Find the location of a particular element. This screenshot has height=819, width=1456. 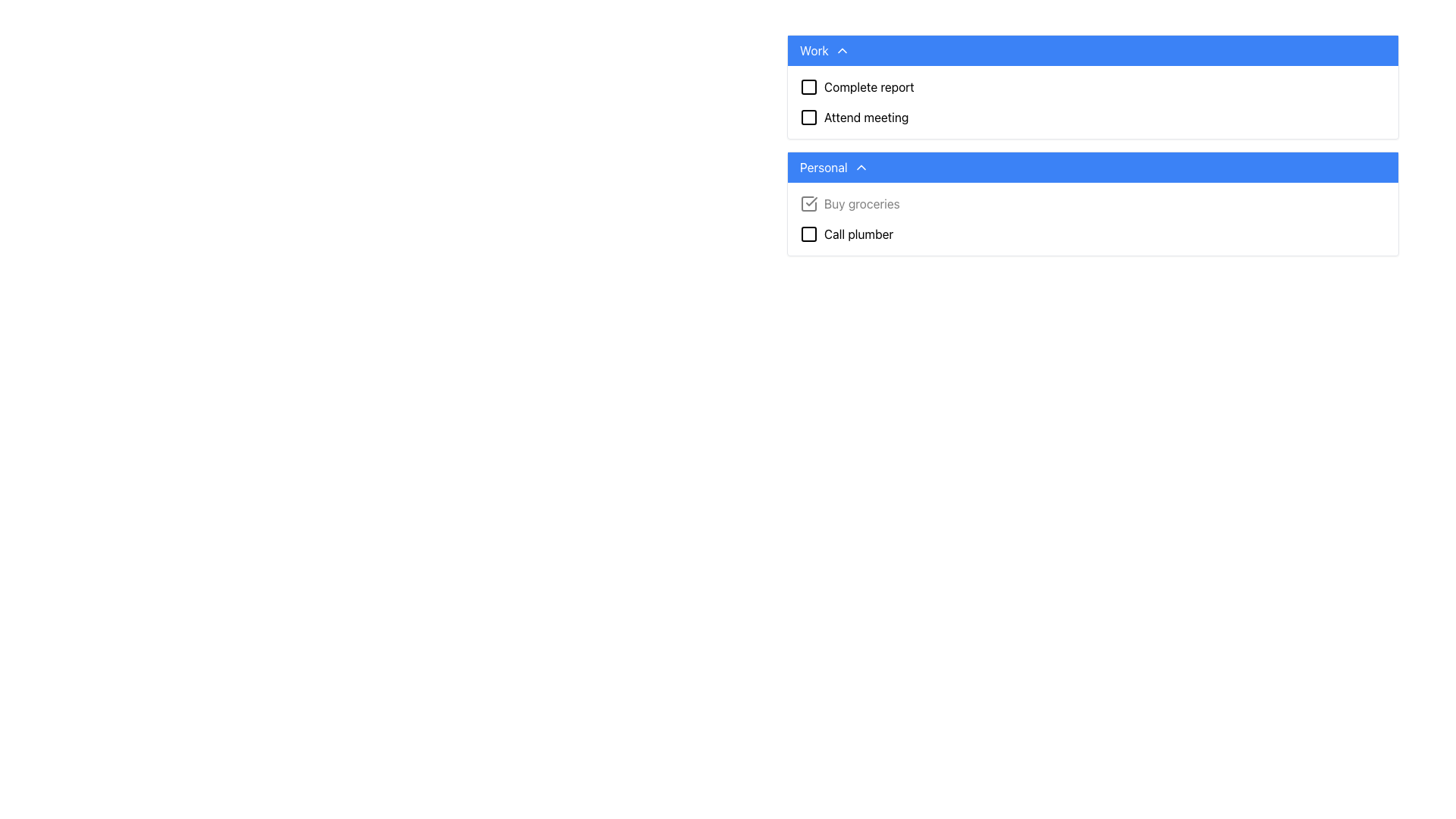

the checkbox indicating the completion status of the task 'Buy groceries' to toggle its completion status is located at coordinates (808, 203).